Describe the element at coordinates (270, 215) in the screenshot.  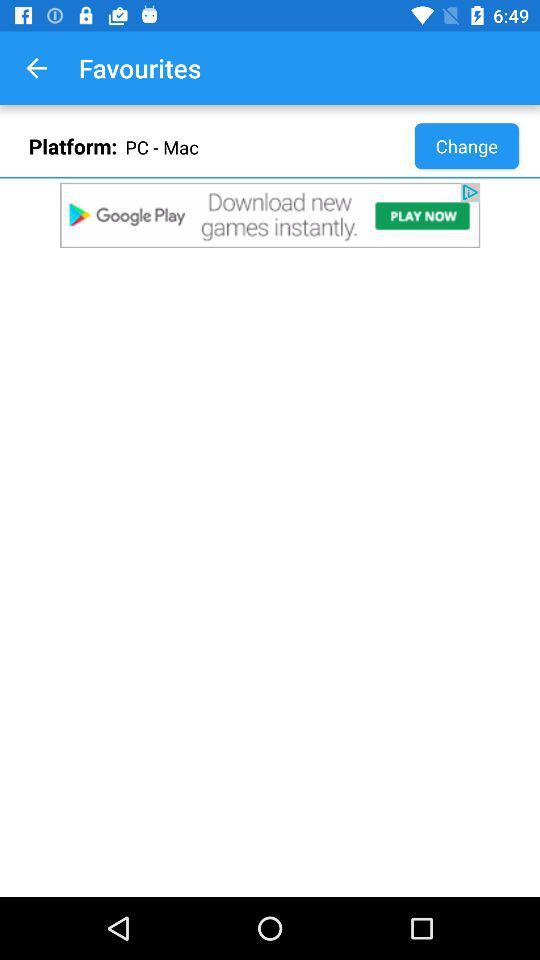
I see `advertisement` at that location.